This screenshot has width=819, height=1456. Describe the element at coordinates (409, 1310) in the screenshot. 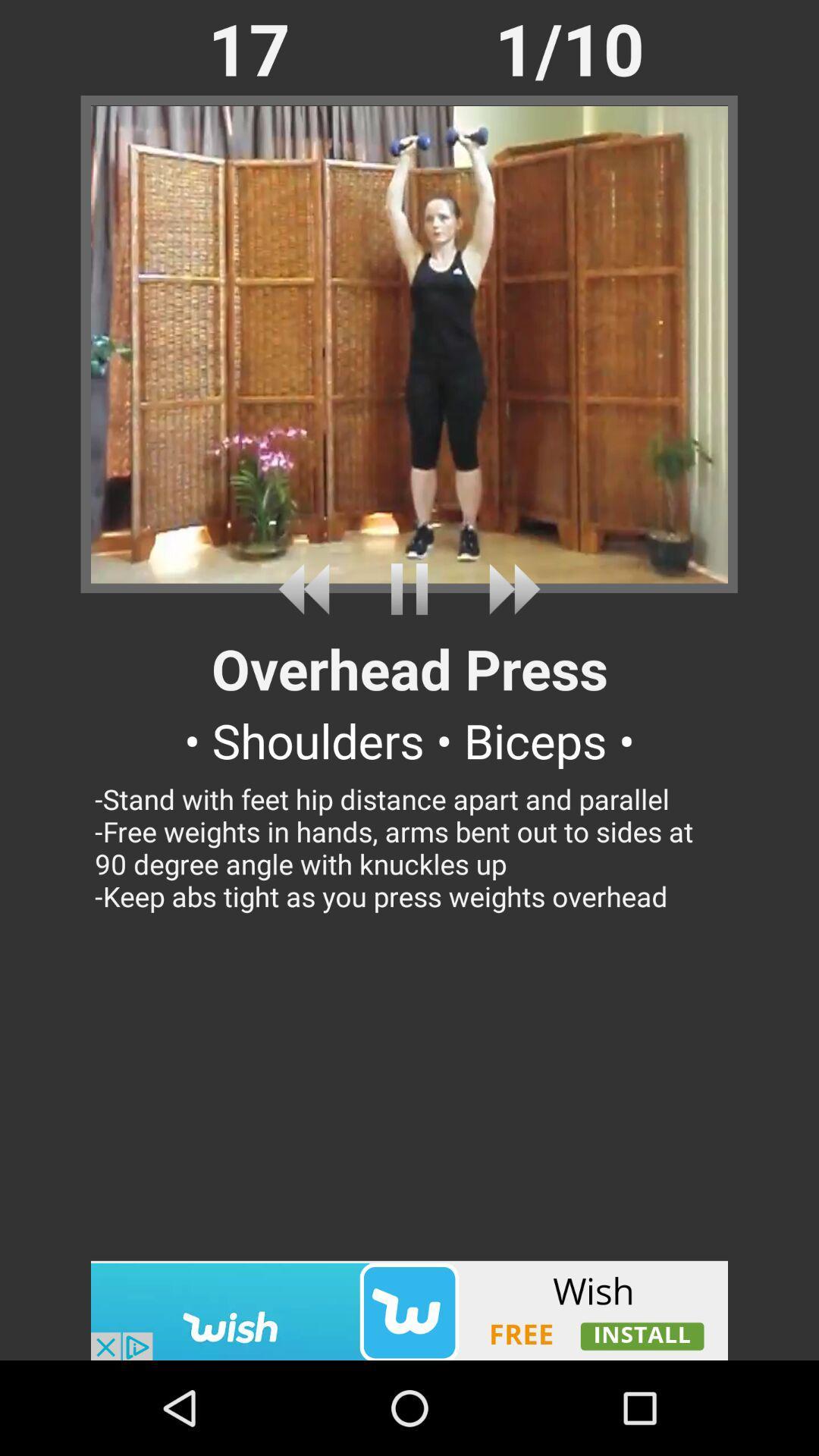

I see `advertiser link` at that location.